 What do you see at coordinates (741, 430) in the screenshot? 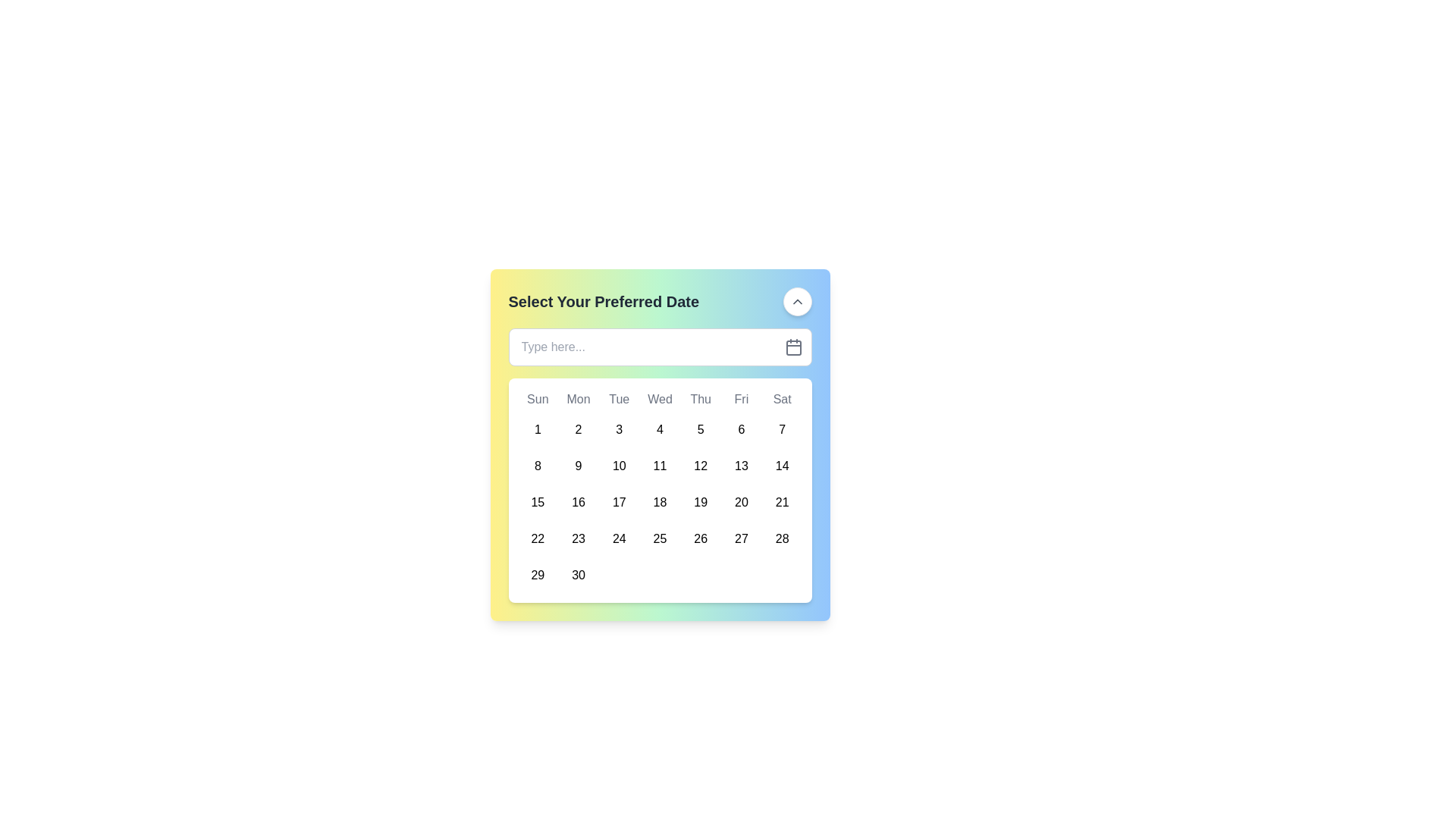
I see `the button in the calendar interface that represents the selectable date located in the first row under the 'Fri' column, sixth position overall` at bounding box center [741, 430].